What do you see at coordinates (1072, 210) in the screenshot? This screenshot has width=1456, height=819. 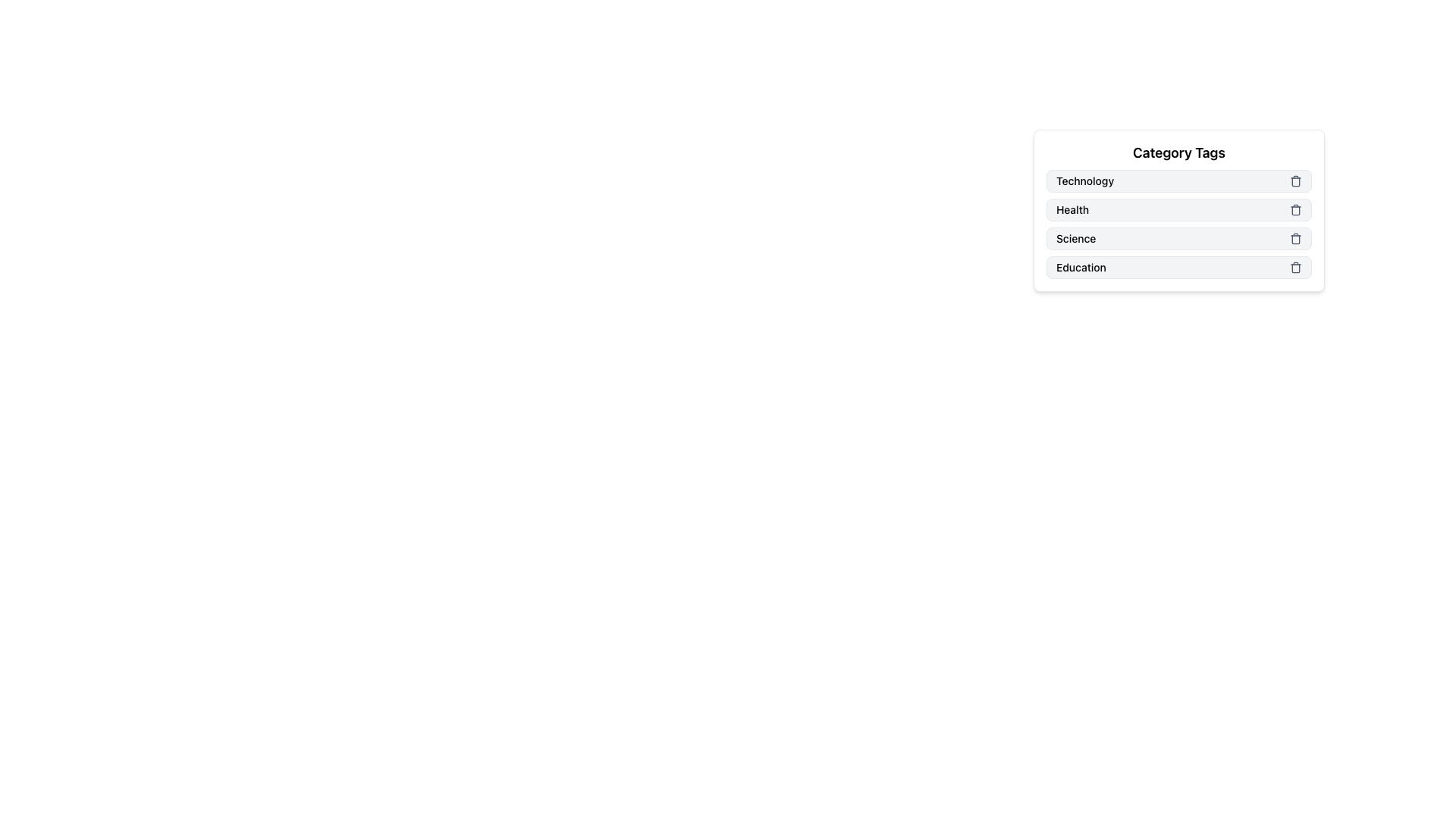 I see `the text label that identifies the category item in the 'Category Tags' panel, which is the second item in a vertical list` at bounding box center [1072, 210].